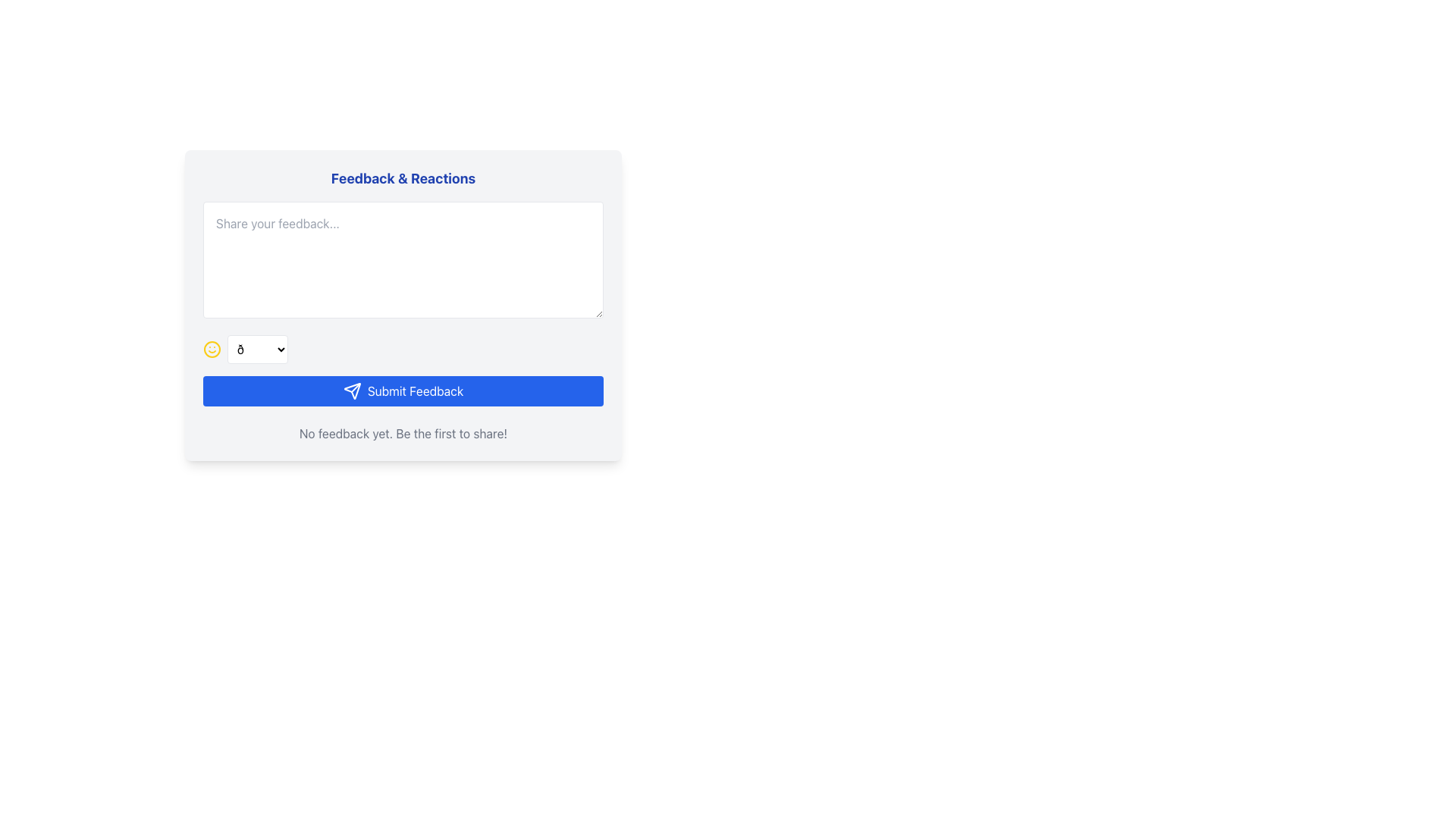 This screenshot has width=1456, height=819. What do you see at coordinates (351, 391) in the screenshot?
I see `the feedback submission icon located to the left side of the 'Submit Feedback' button, which is centered vertically within the button` at bounding box center [351, 391].